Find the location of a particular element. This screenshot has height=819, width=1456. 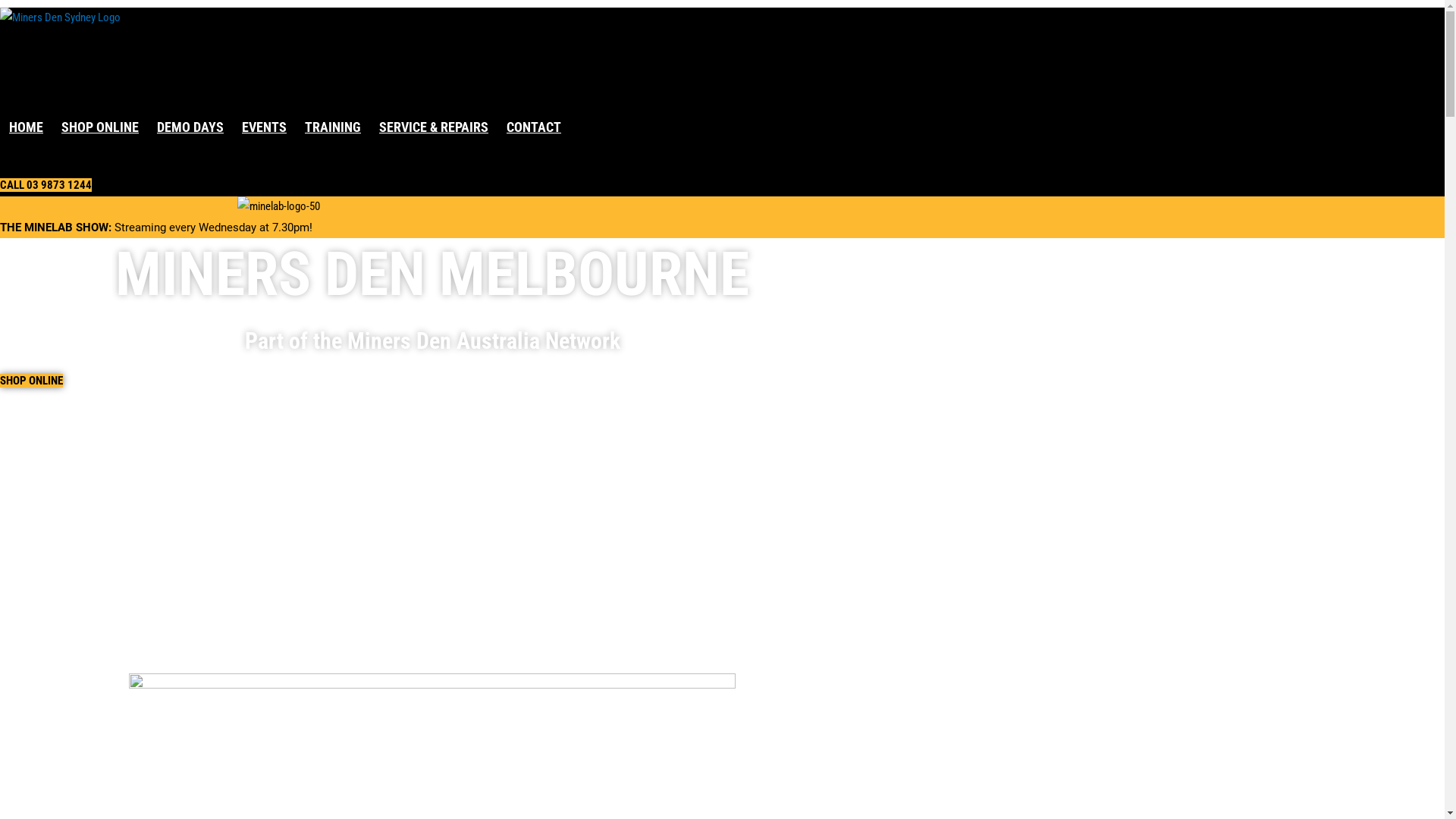

'SHOP ONLINE' is located at coordinates (99, 127).